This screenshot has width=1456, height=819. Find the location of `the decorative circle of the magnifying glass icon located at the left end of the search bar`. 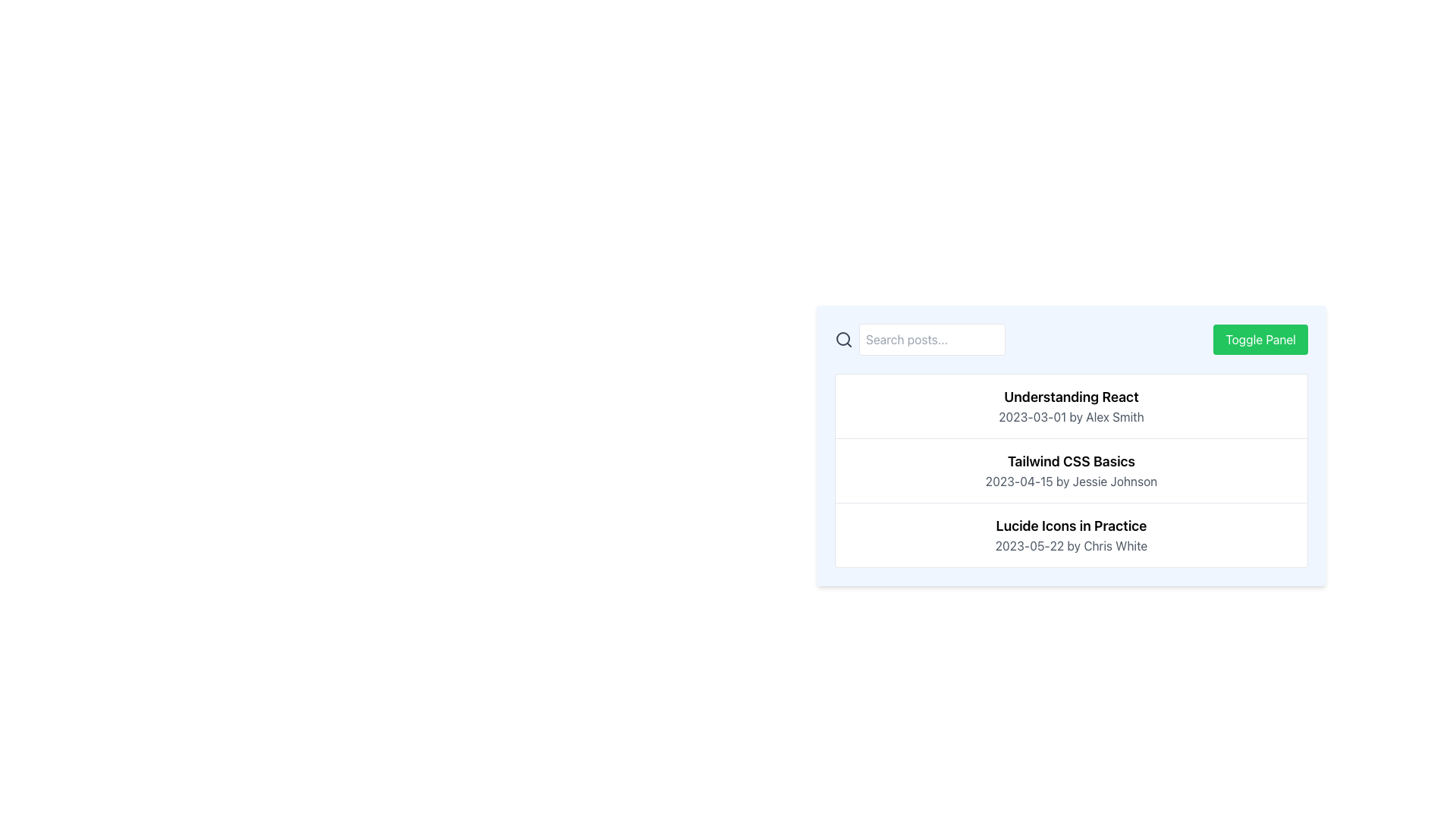

the decorative circle of the magnifying glass icon located at the left end of the search bar is located at coordinates (843, 338).